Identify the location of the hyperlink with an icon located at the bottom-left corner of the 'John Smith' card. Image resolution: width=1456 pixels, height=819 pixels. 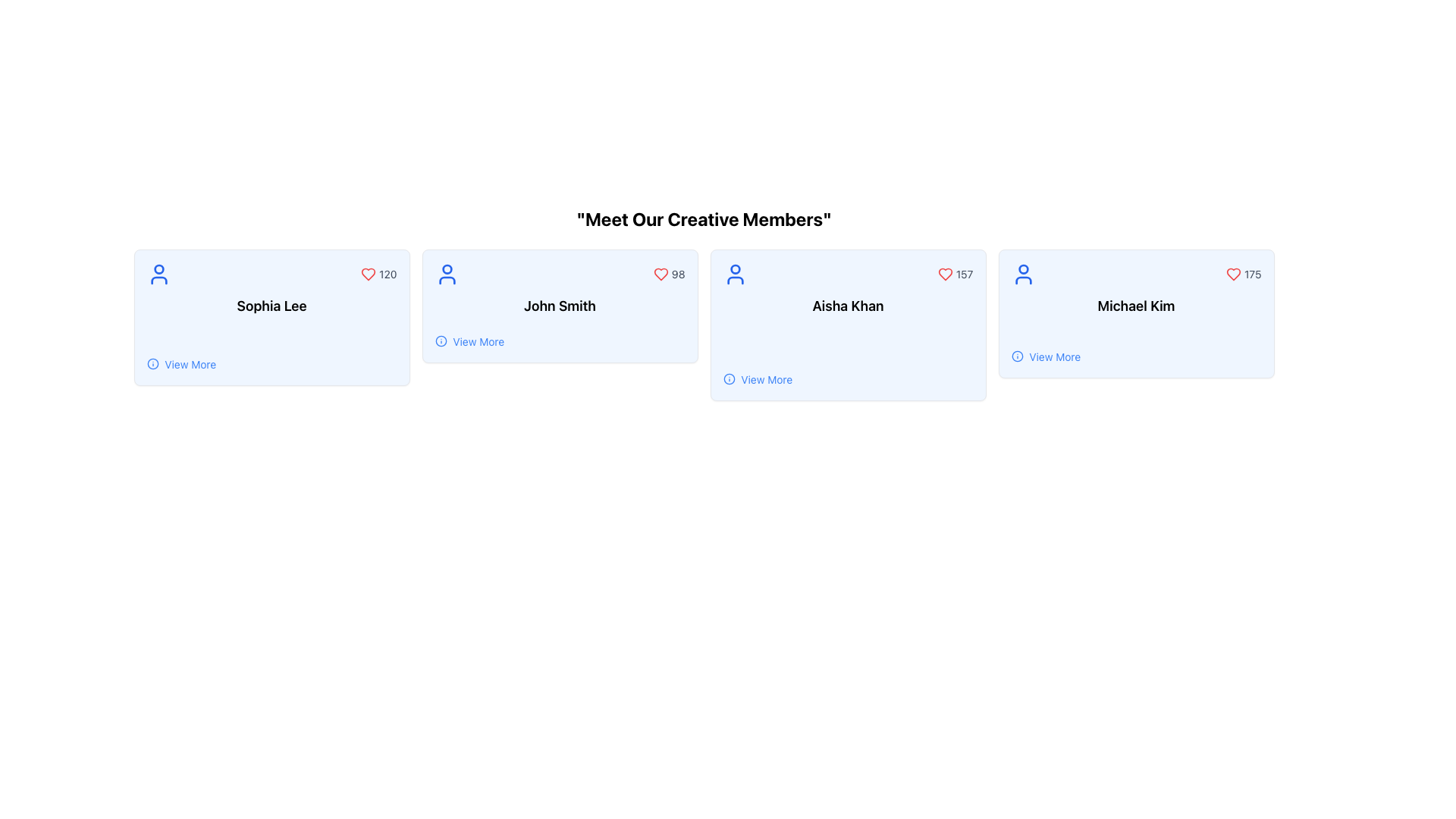
(469, 341).